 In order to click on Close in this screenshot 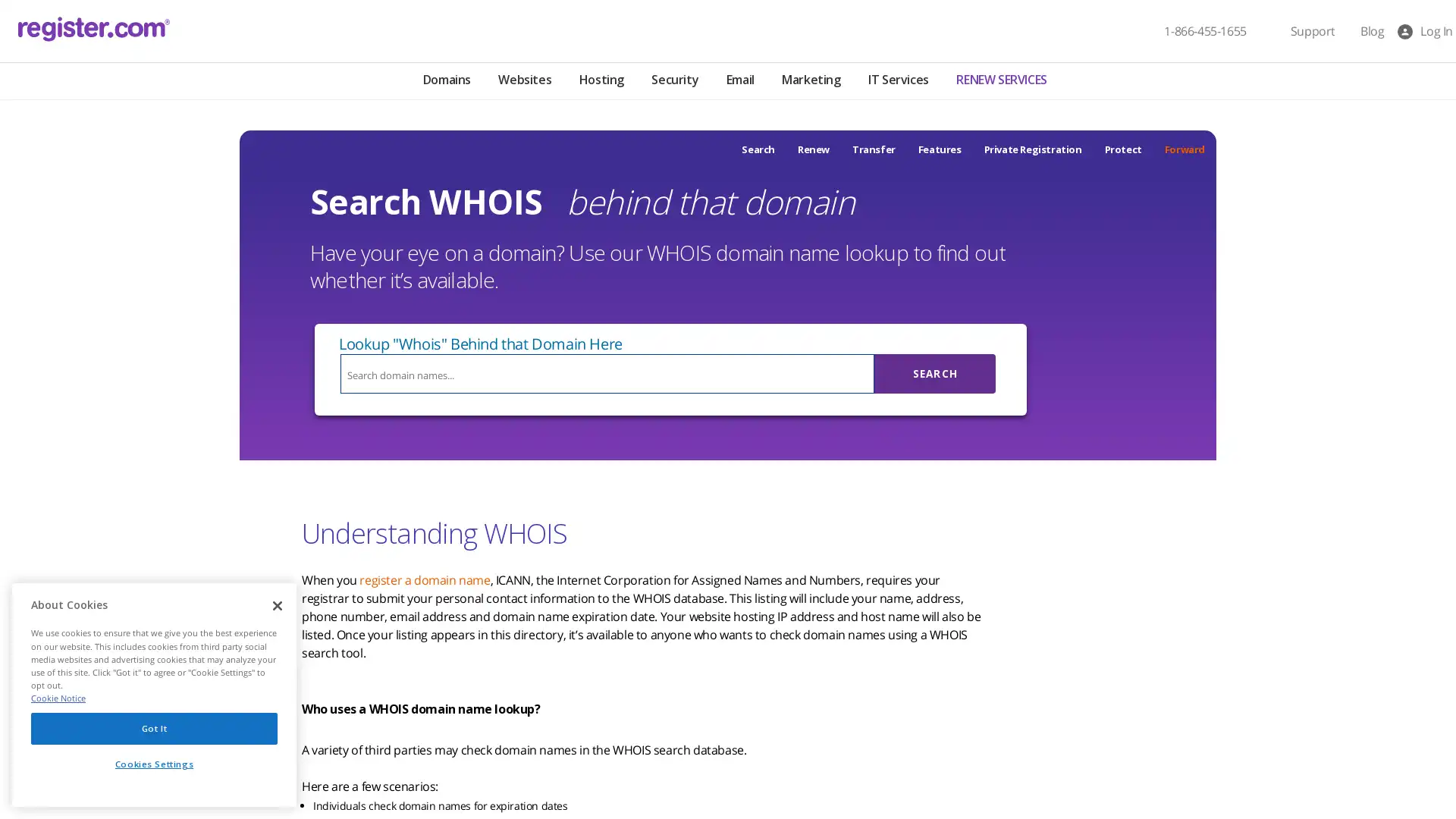, I will do `click(277, 610)`.